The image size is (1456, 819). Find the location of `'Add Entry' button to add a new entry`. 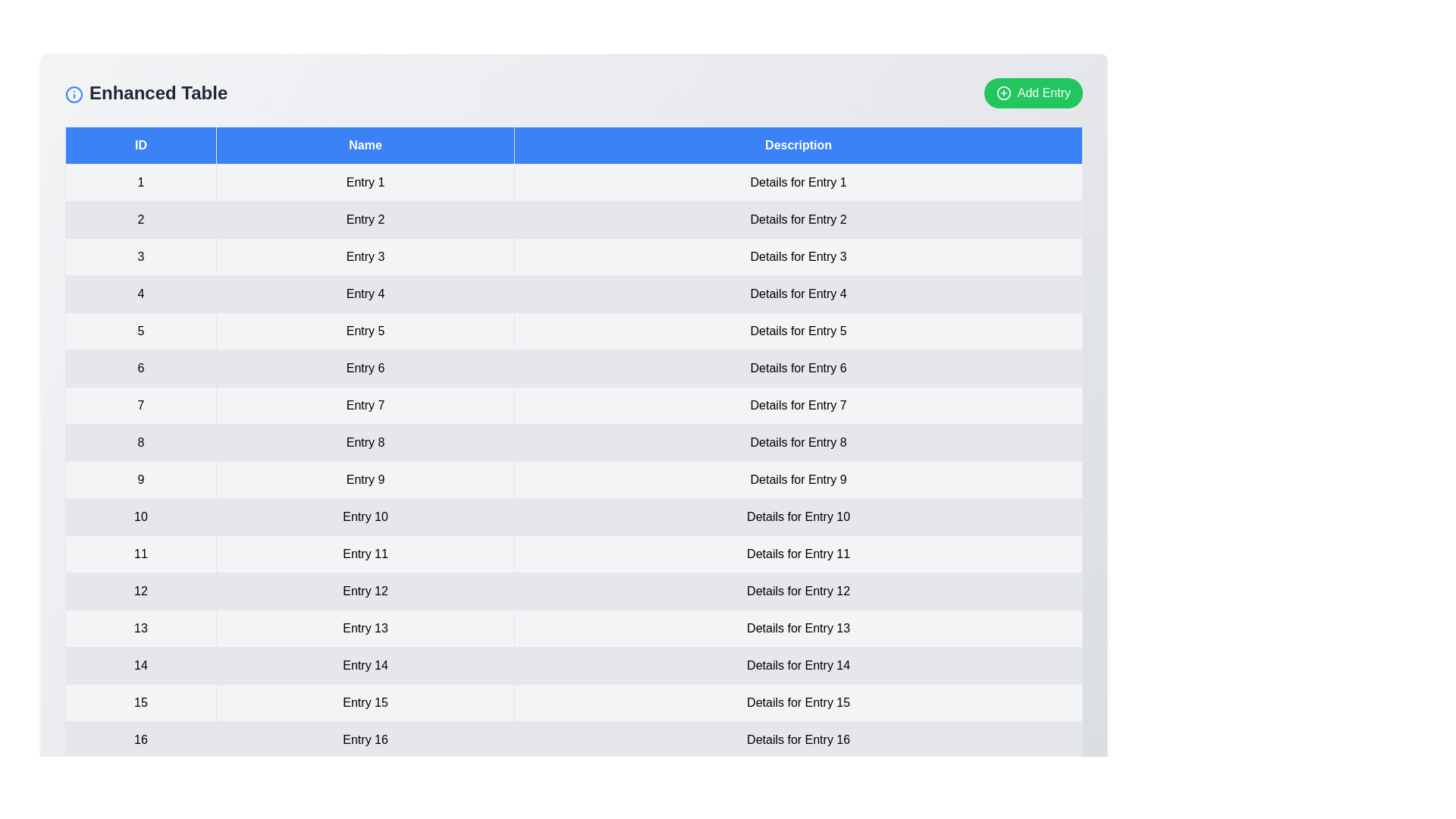

'Add Entry' button to add a new entry is located at coordinates (1032, 93).